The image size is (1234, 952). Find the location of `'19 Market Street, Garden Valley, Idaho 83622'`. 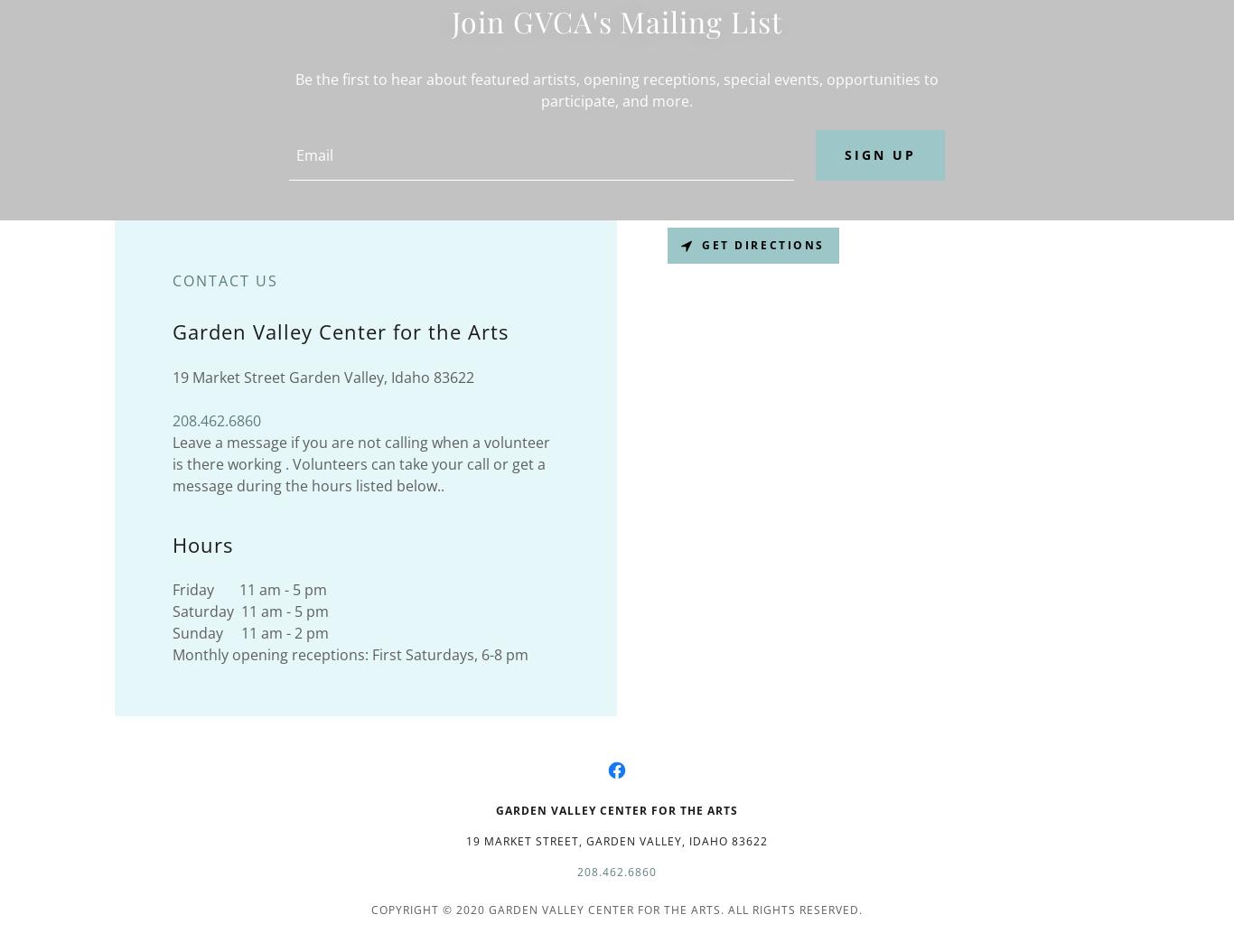

'19 Market Street, Garden Valley, Idaho 83622' is located at coordinates (615, 840).